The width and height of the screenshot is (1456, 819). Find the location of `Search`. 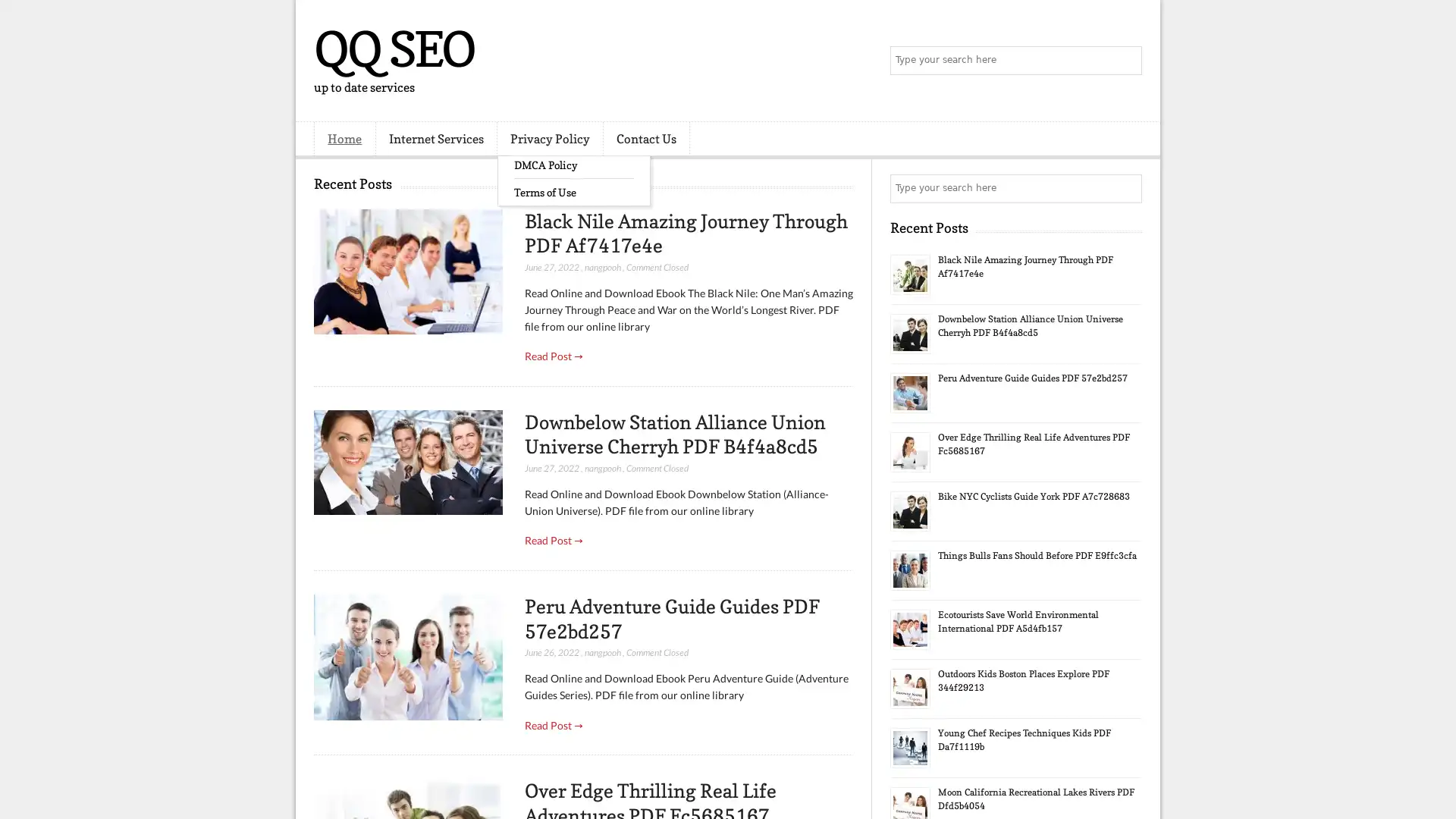

Search is located at coordinates (1126, 188).